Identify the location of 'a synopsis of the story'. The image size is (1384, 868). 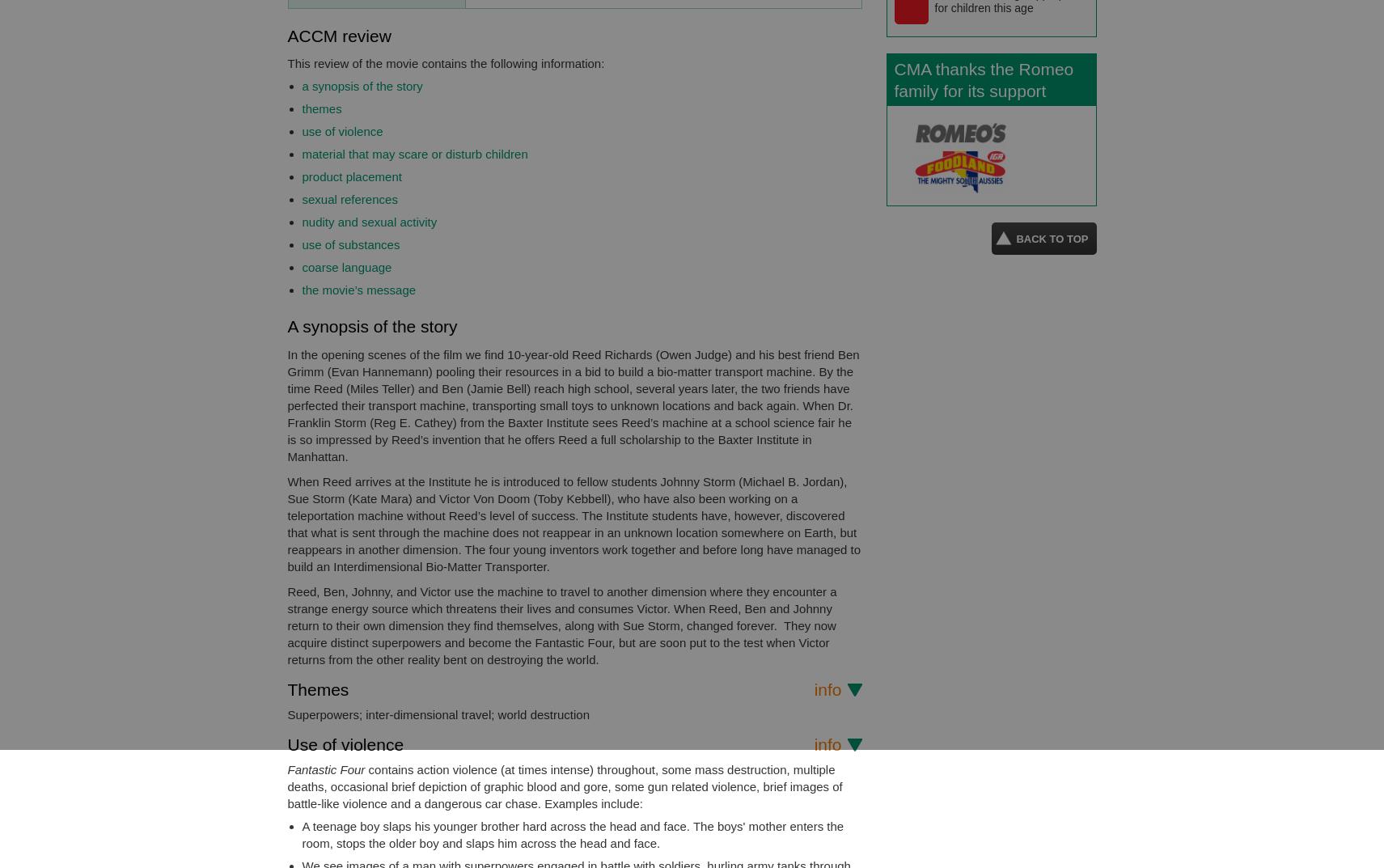
(362, 86).